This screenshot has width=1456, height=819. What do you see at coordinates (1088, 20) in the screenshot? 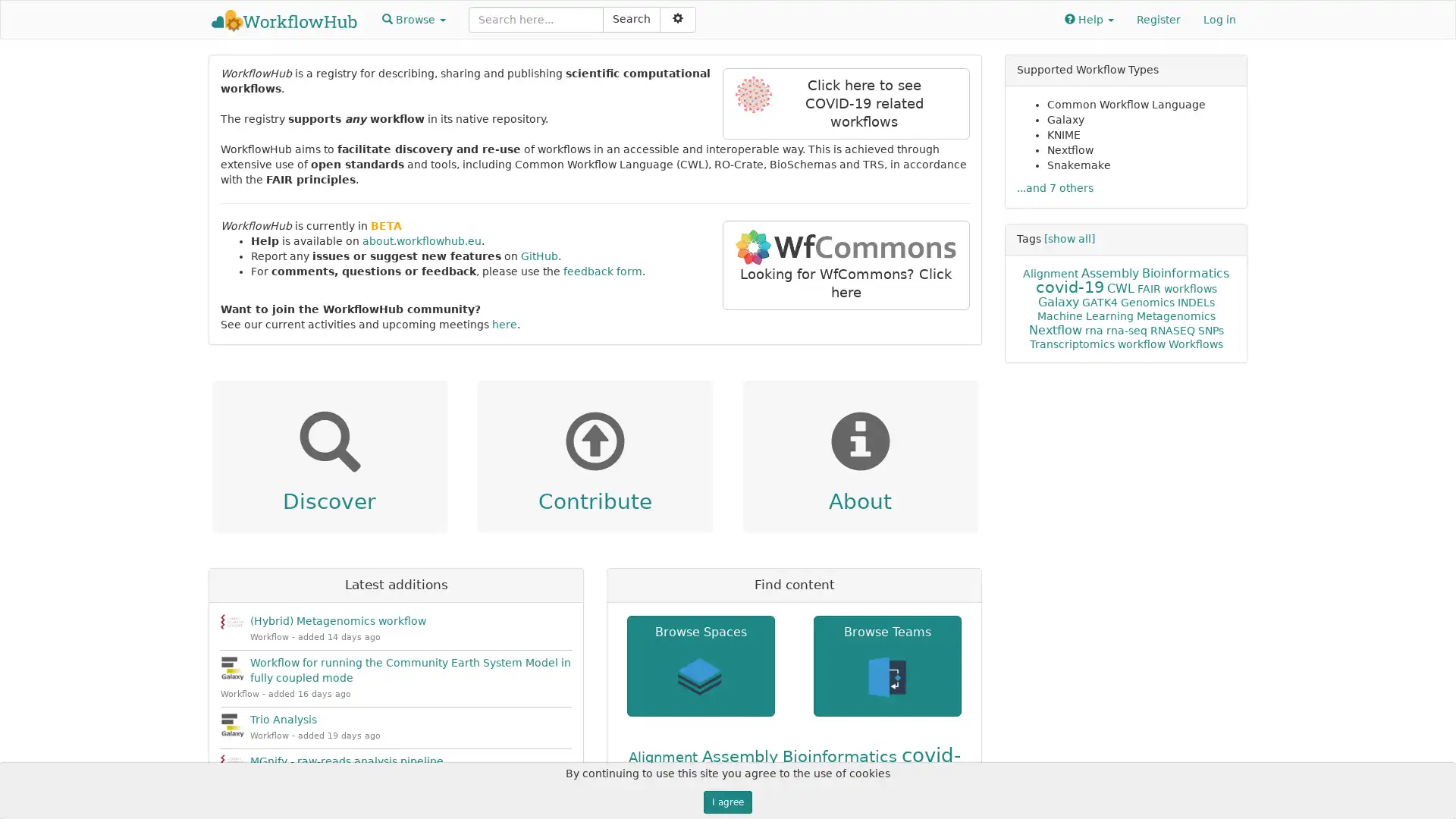
I see `Help` at bounding box center [1088, 20].